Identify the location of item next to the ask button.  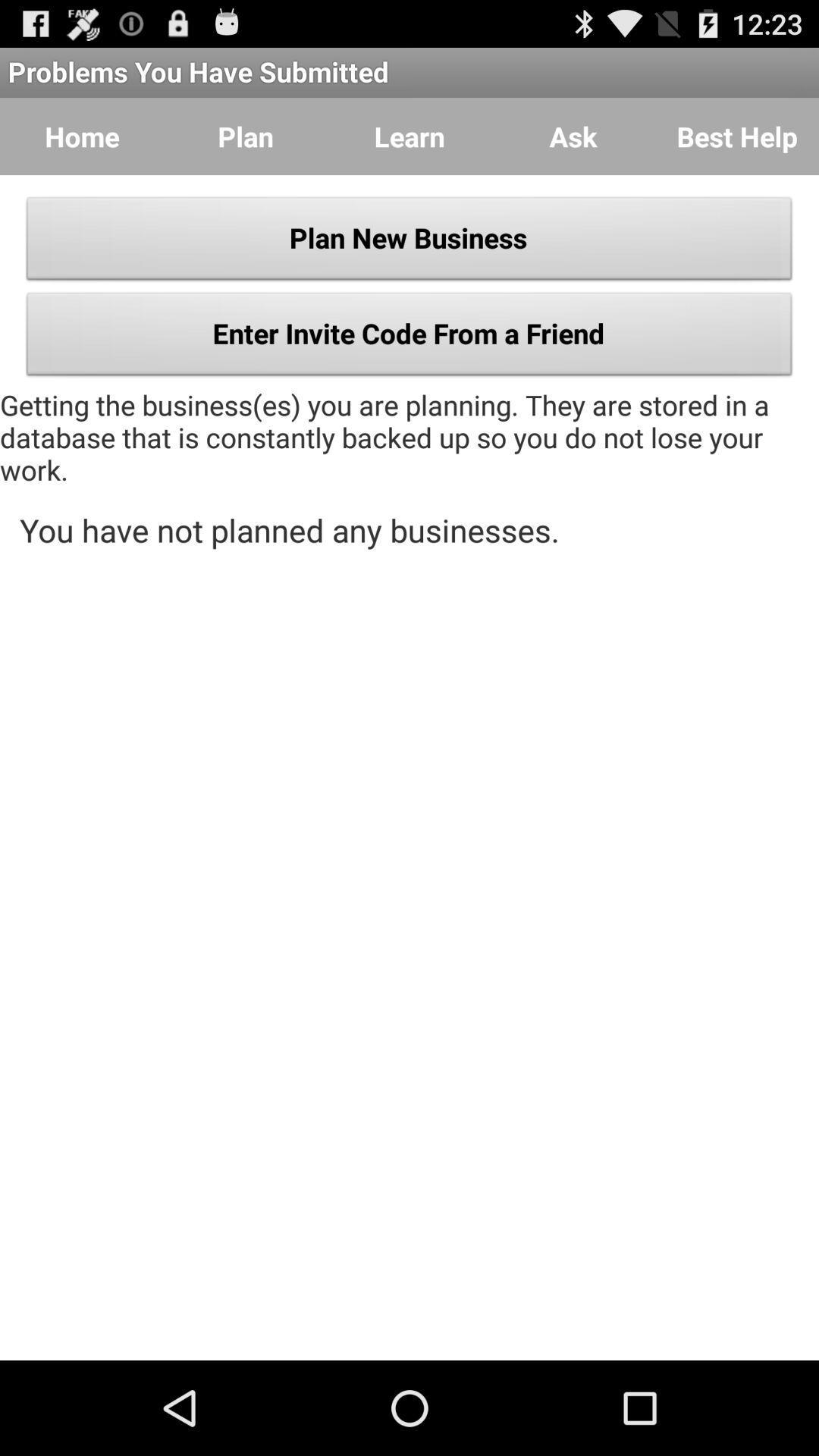
(409, 136).